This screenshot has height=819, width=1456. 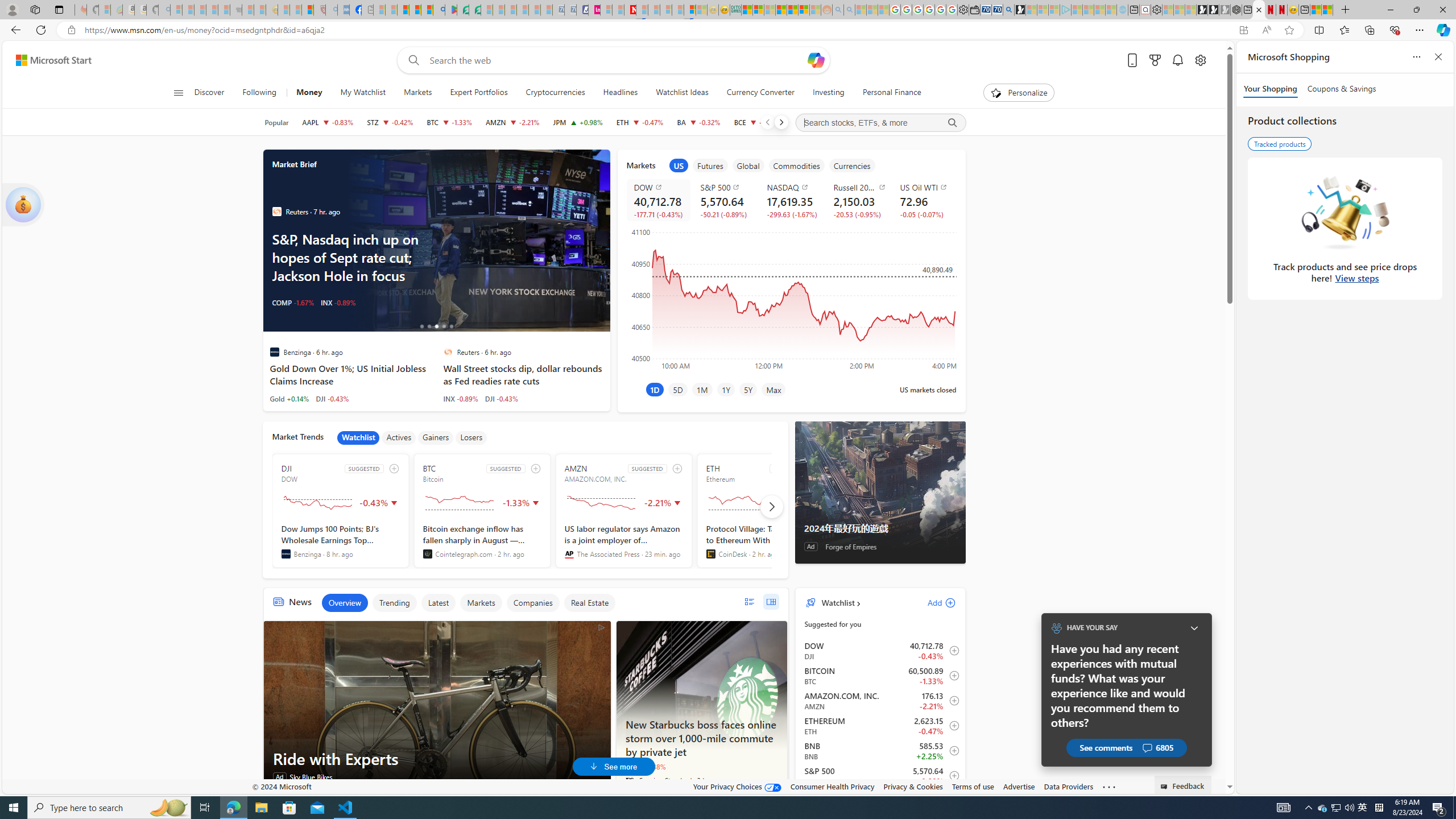 What do you see at coordinates (532, 602) in the screenshot?
I see `'Companies'` at bounding box center [532, 602].